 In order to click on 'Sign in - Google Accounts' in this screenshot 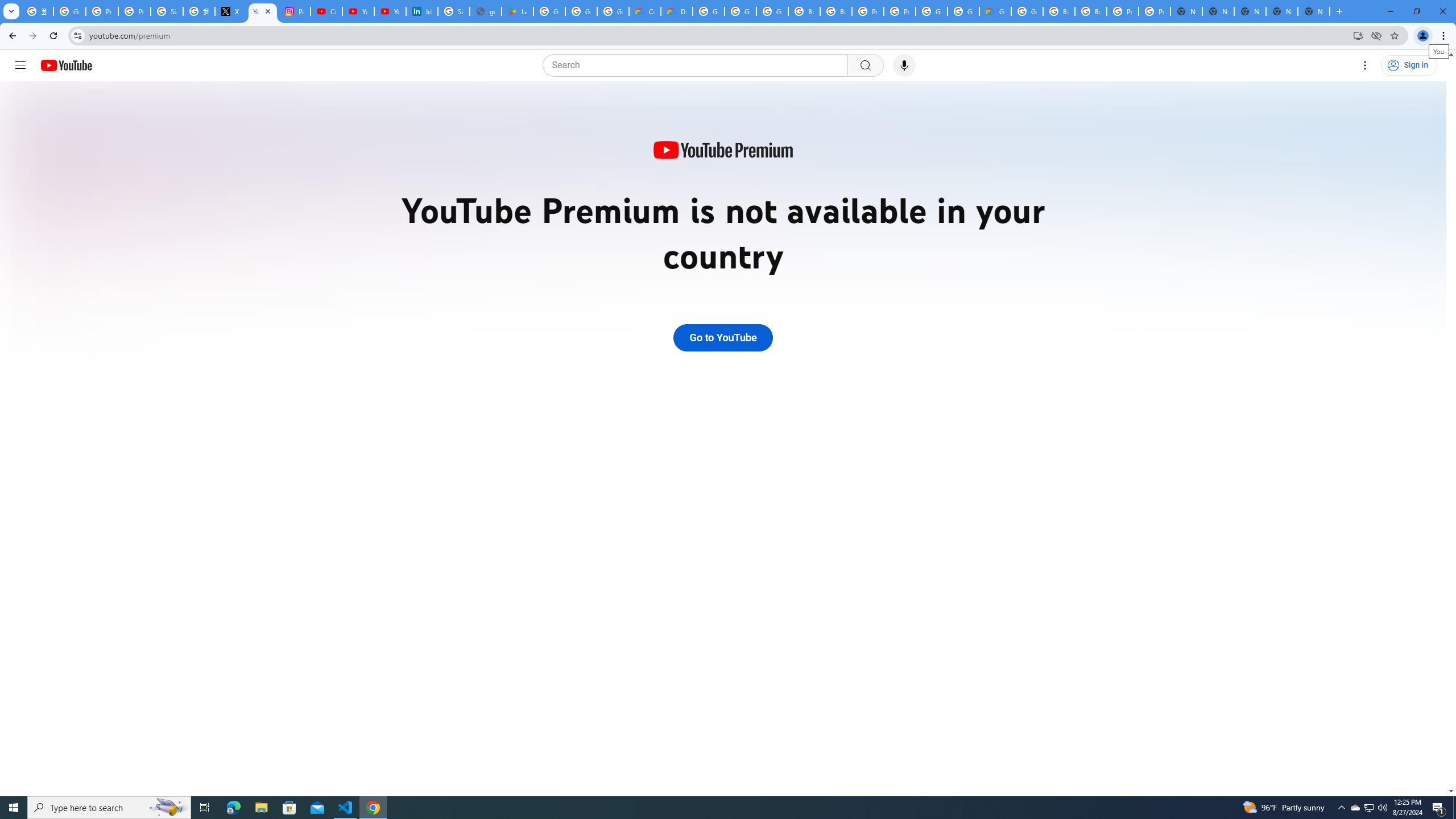, I will do `click(167, 11)`.